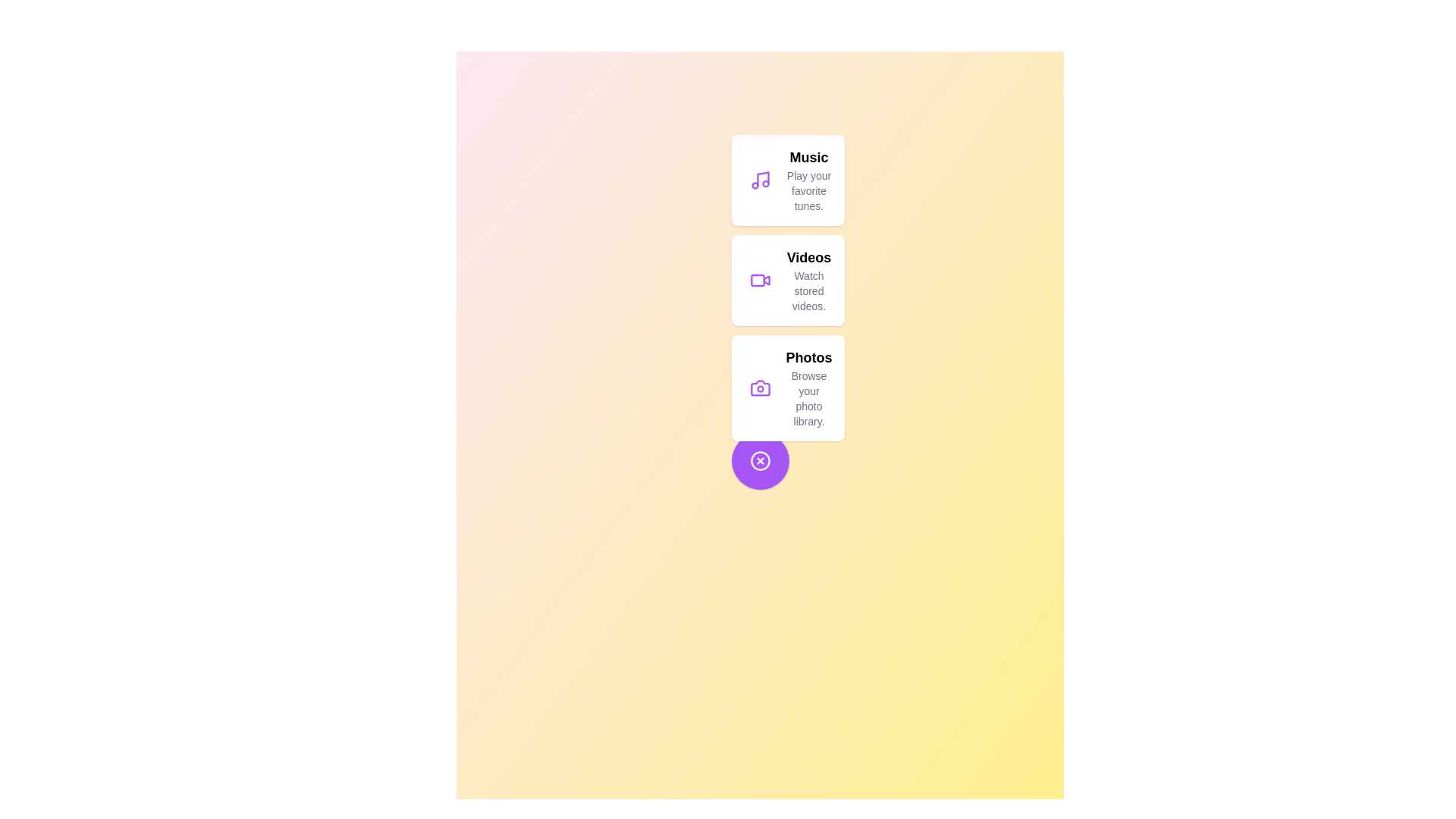 This screenshot has width=1456, height=819. What do you see at coordinates (787, 180) in the screenshot?
I see `the menu item labeled 'Music' to highlight it` at bounding box center [787, 180].